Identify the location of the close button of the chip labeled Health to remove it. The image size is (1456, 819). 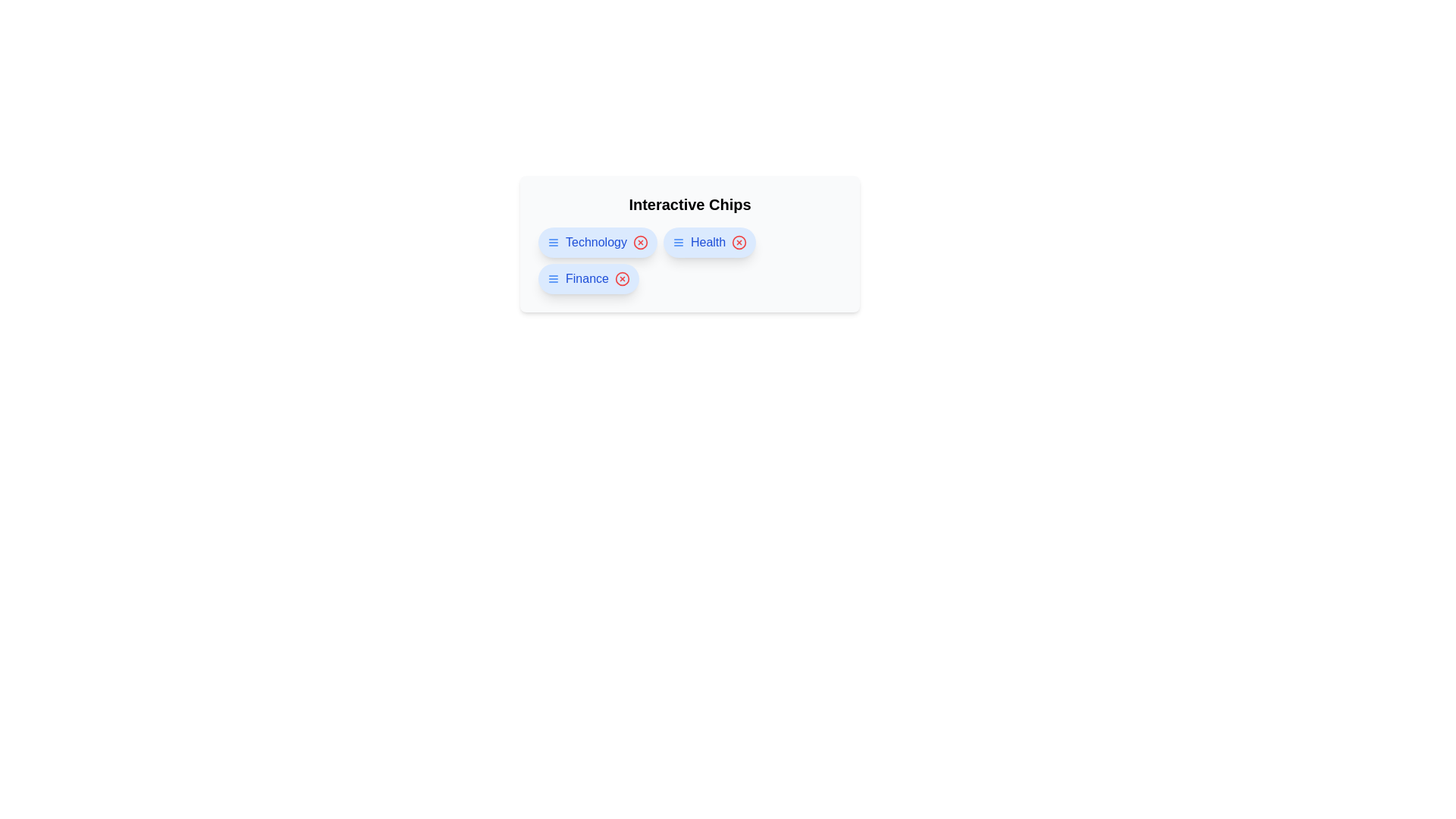
(739, 242).